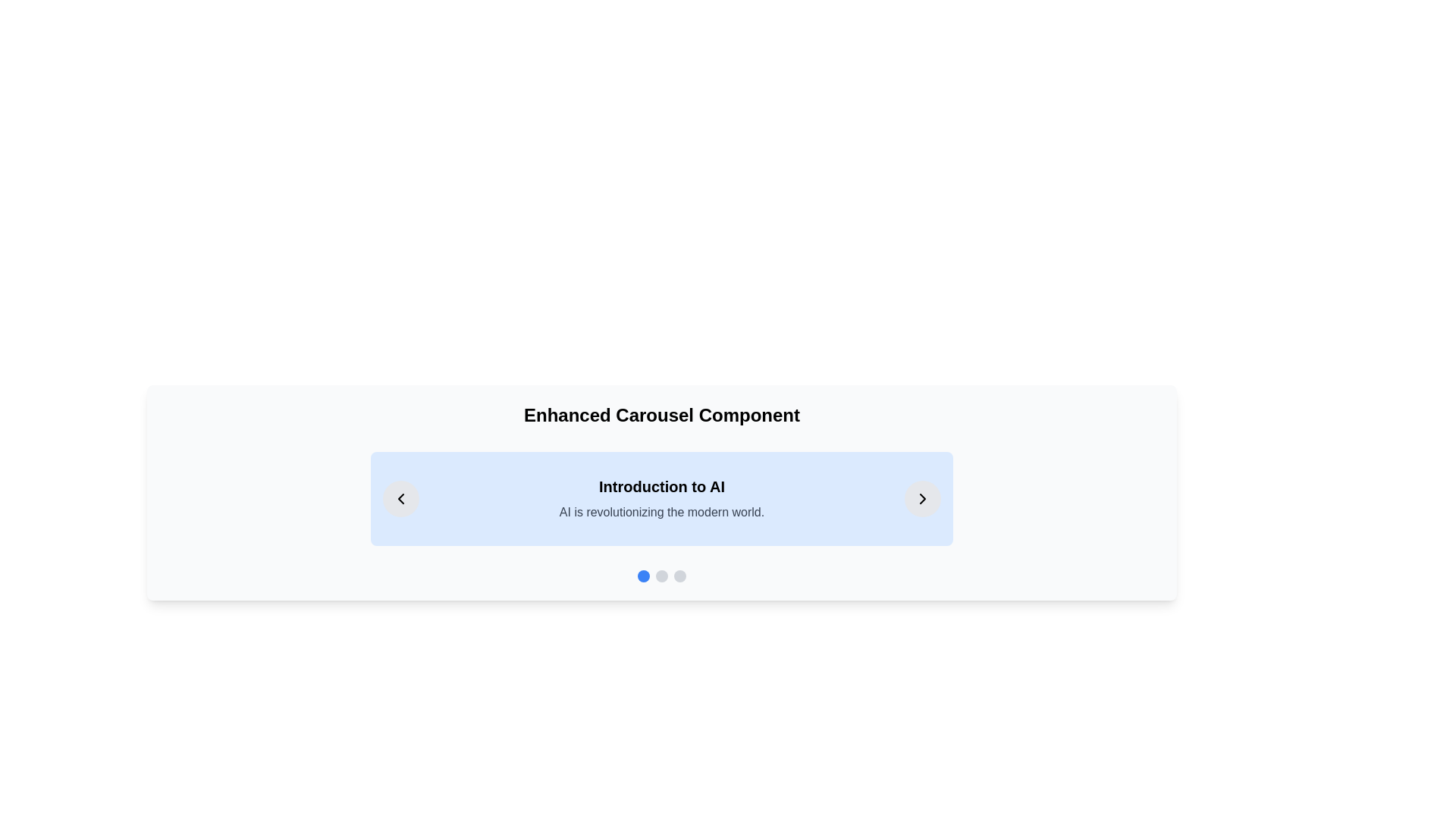 The image size is (1456, 819). What do you see at coordinates (400, 499) in the screenshot?
I see `the chevron-left icon inside the circular button on the left side of the carousel` at bounding box center [400, 499].